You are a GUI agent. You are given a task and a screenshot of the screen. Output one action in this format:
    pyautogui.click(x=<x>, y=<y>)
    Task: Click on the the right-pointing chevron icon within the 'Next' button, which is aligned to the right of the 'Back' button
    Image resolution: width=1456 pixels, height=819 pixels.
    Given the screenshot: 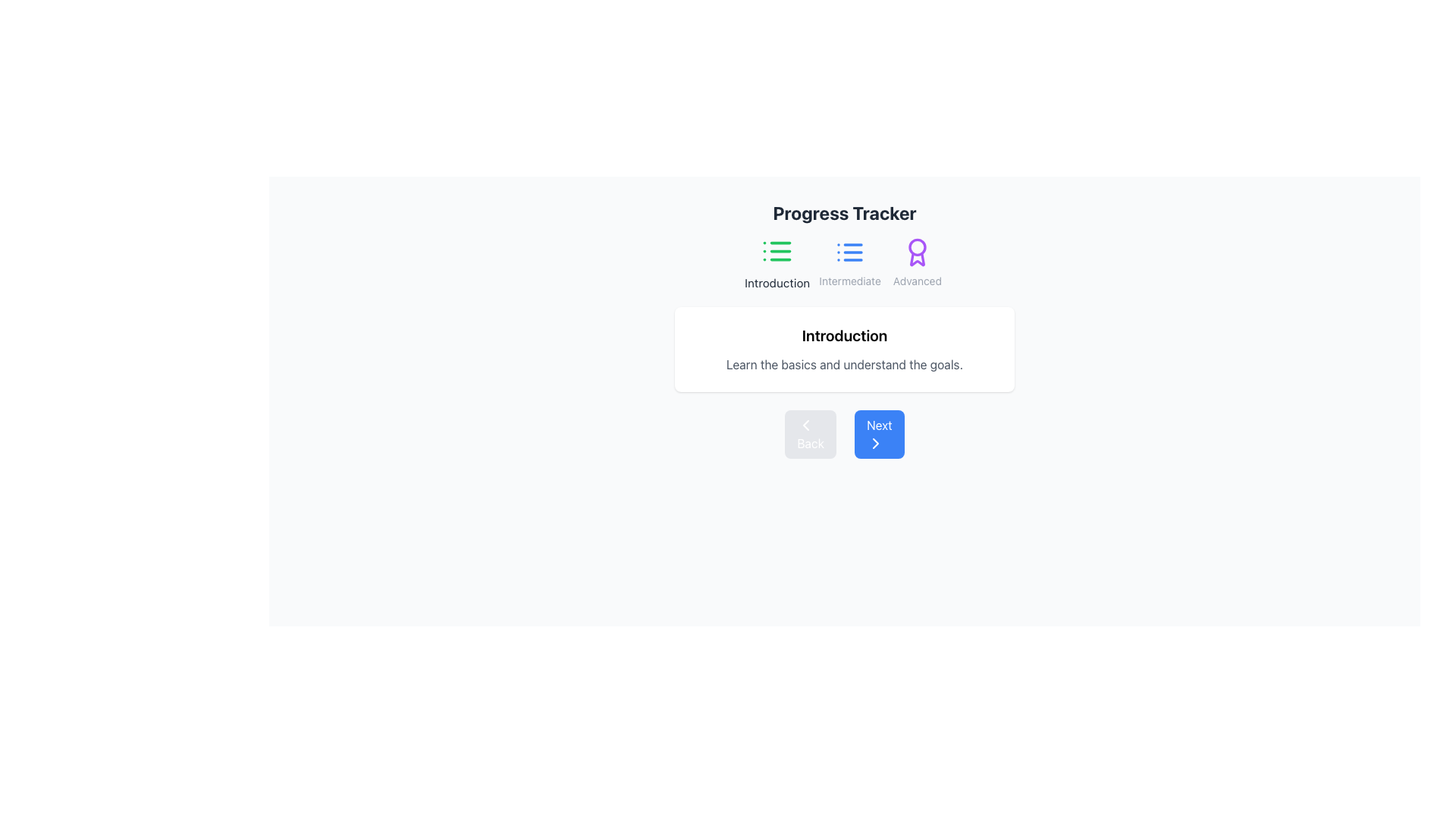 What is the action you would take?
    pyautogui.click(x=876, y=444)
    